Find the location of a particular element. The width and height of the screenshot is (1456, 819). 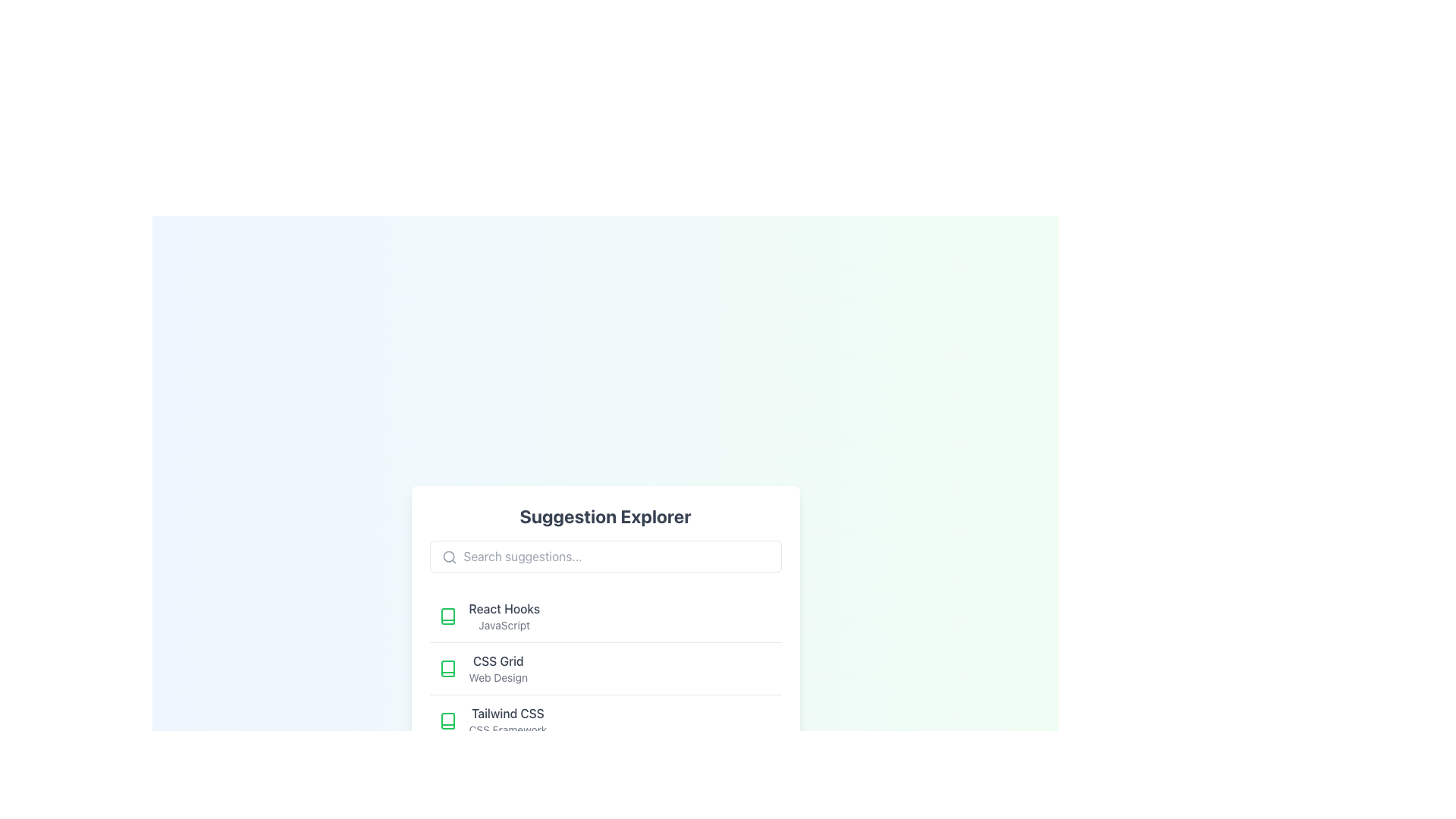

the List Item titled 'Tailwind CSS' with subtitle 'CSS Framework' is located at coordinates (507, 720).